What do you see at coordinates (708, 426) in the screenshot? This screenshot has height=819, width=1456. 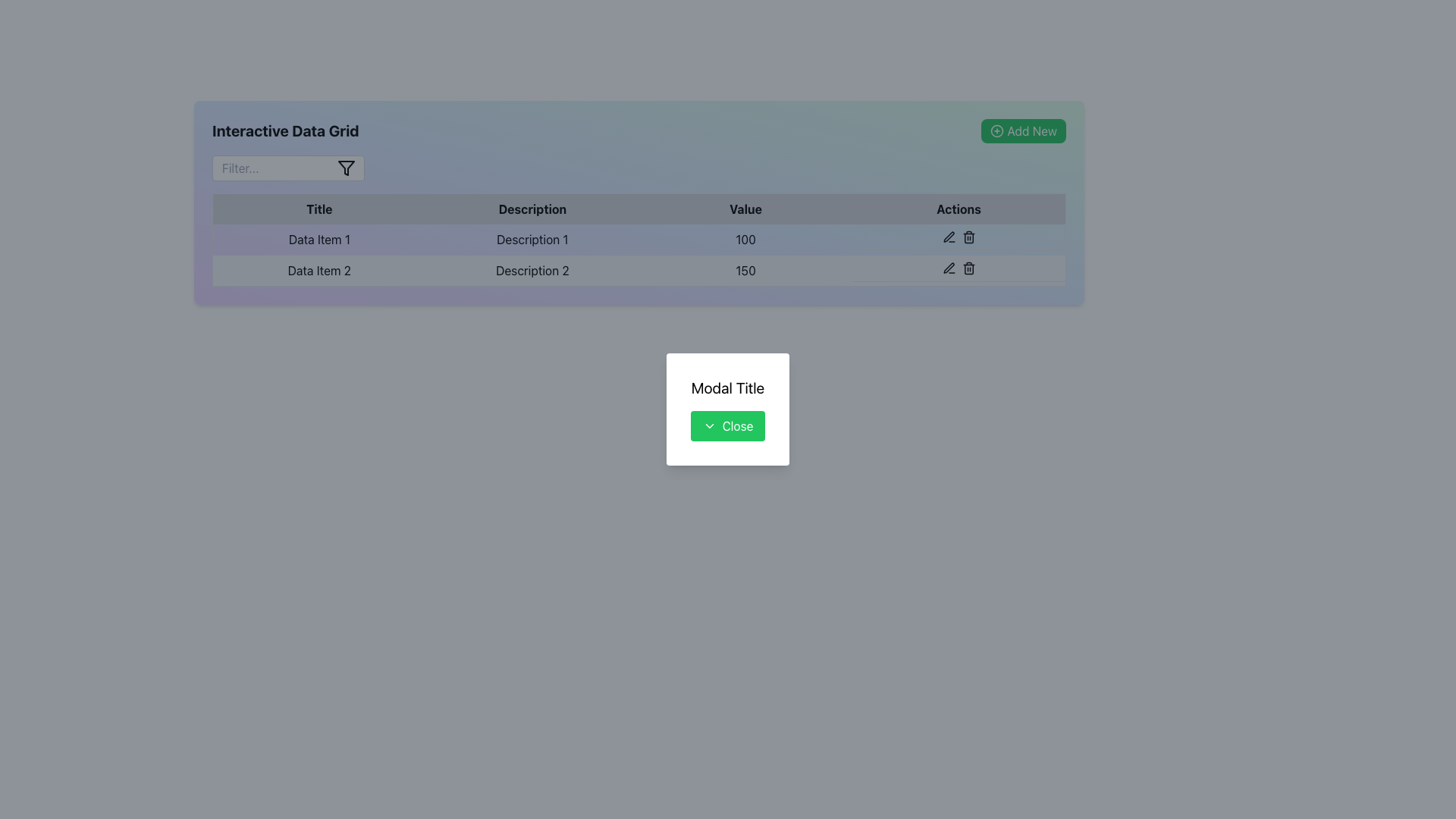 I see `the close icon located near the left side of the green 'Close' button, which is positioned below the modal title 'Modal Title'` at bounding box center [708, 426].